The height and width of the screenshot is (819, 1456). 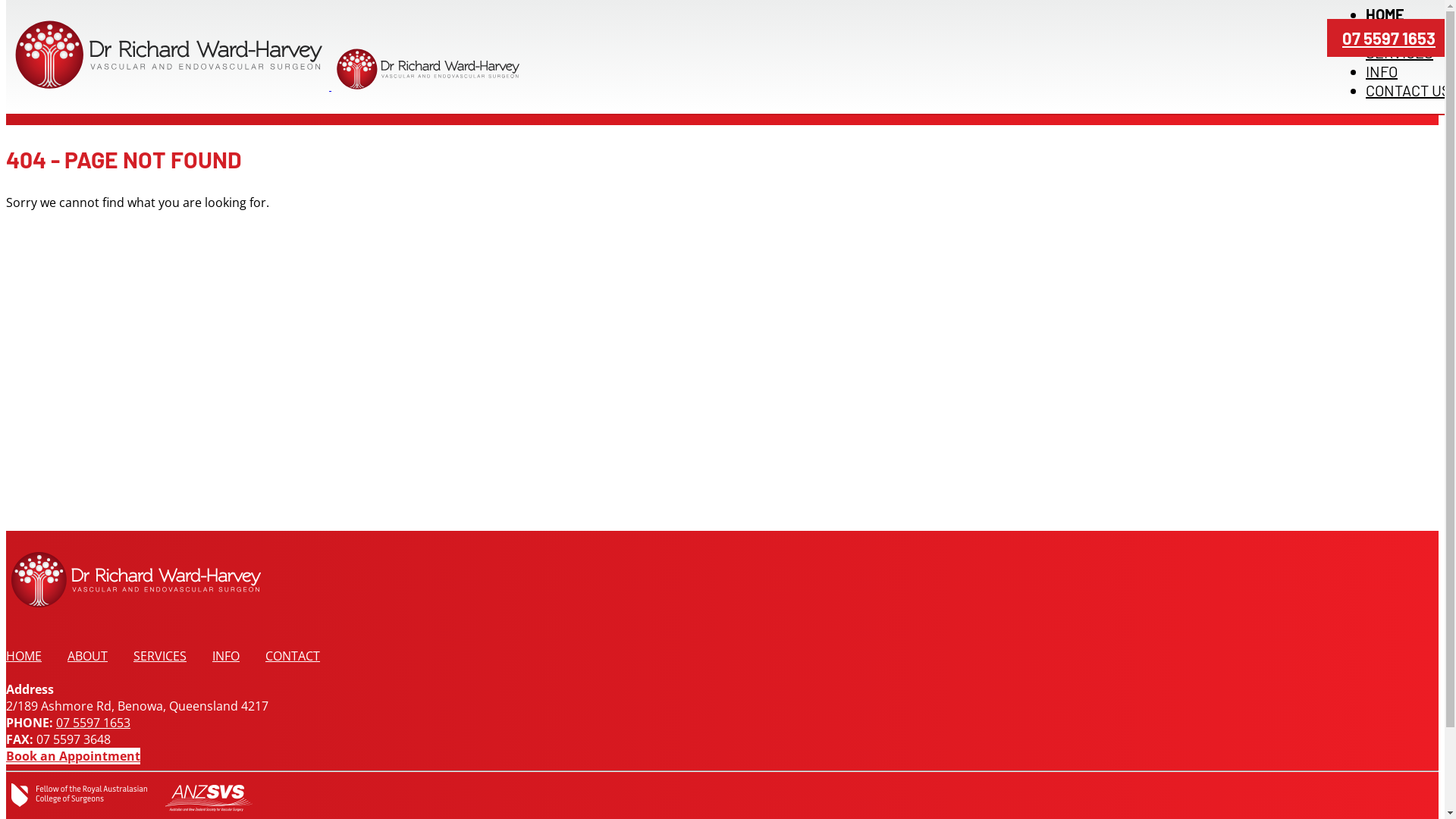 What do you see at coordinates (67, 654) in the screenshot?
I see `'ABOUT'` at bounding box center [67, 654].